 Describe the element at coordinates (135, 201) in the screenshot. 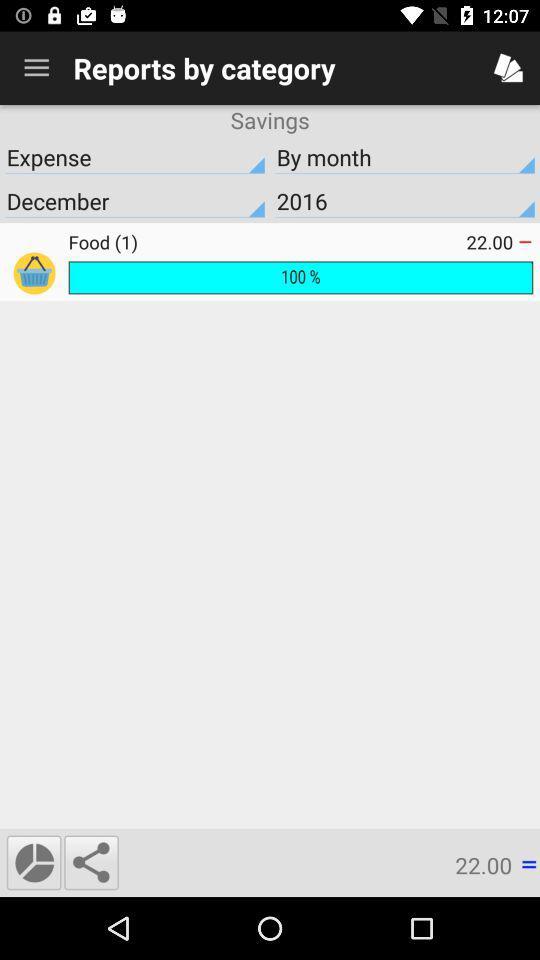

I see `icon next to the by month item` at that location.